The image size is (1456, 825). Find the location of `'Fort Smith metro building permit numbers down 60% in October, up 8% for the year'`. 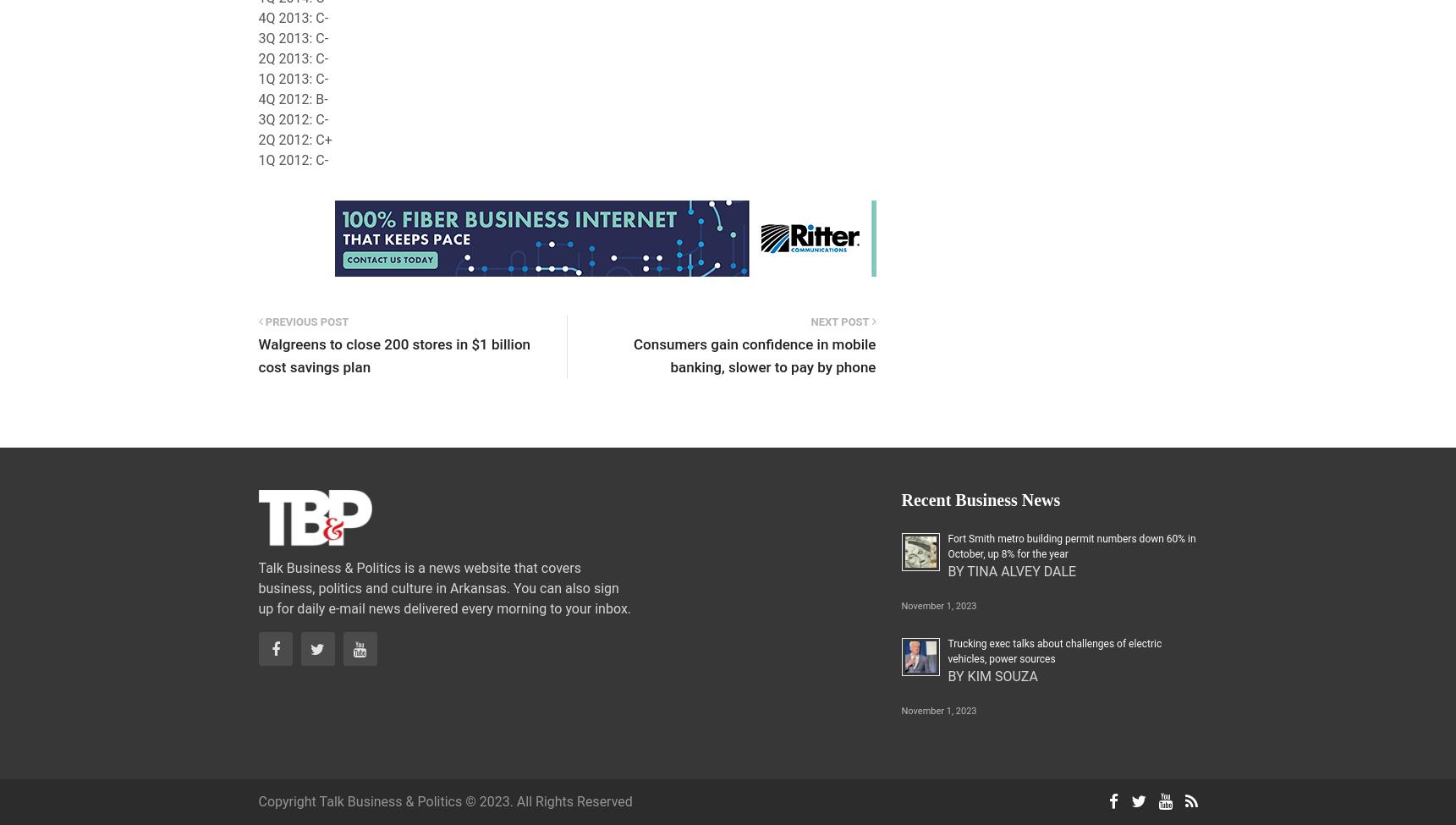

'Fort Smith metro building permit numbers down 60% in October, up 8% for the year' is located at coordinates (1071, 547).